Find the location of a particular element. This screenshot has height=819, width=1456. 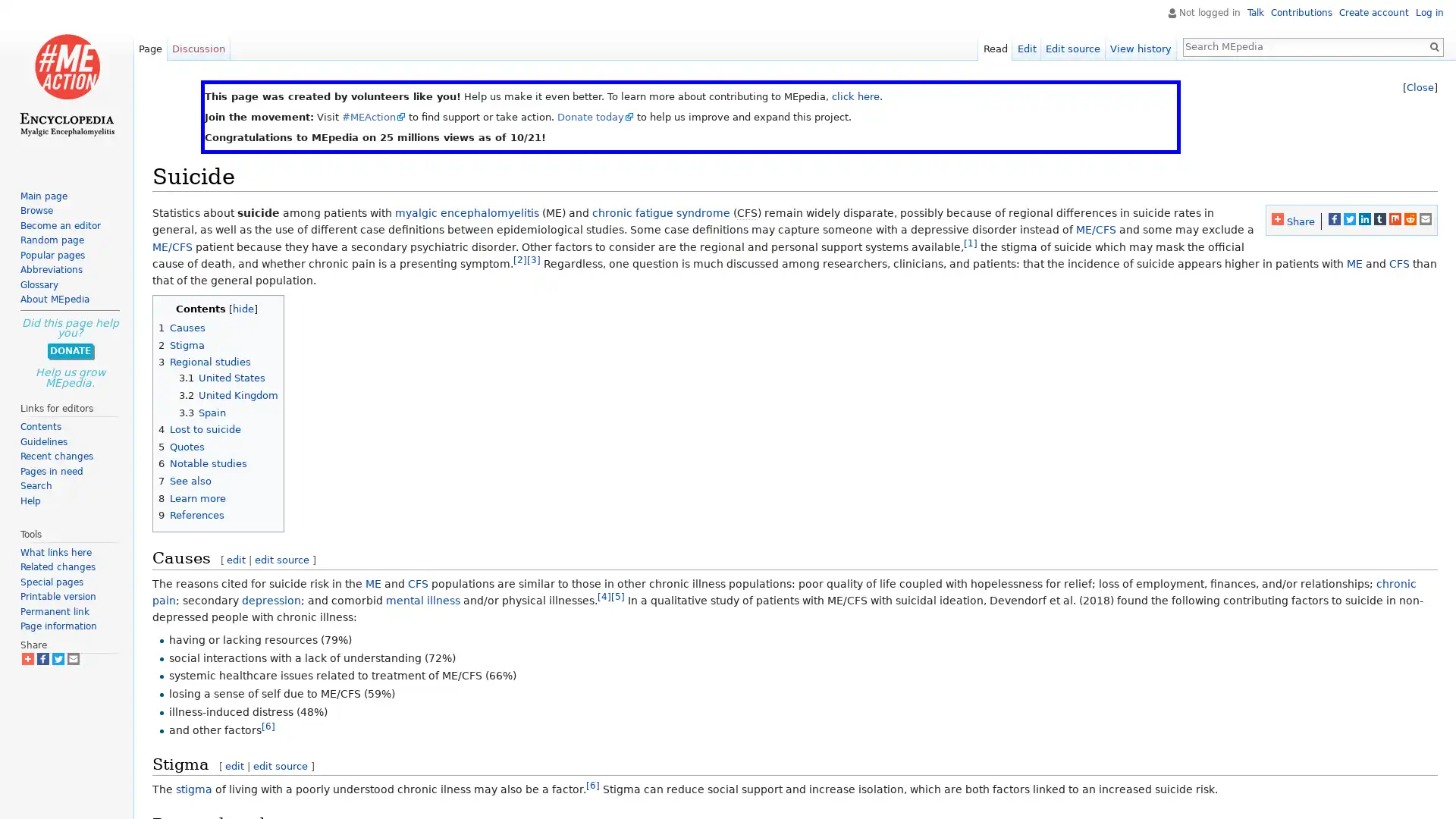

hide is located at coordinates (243, 307).